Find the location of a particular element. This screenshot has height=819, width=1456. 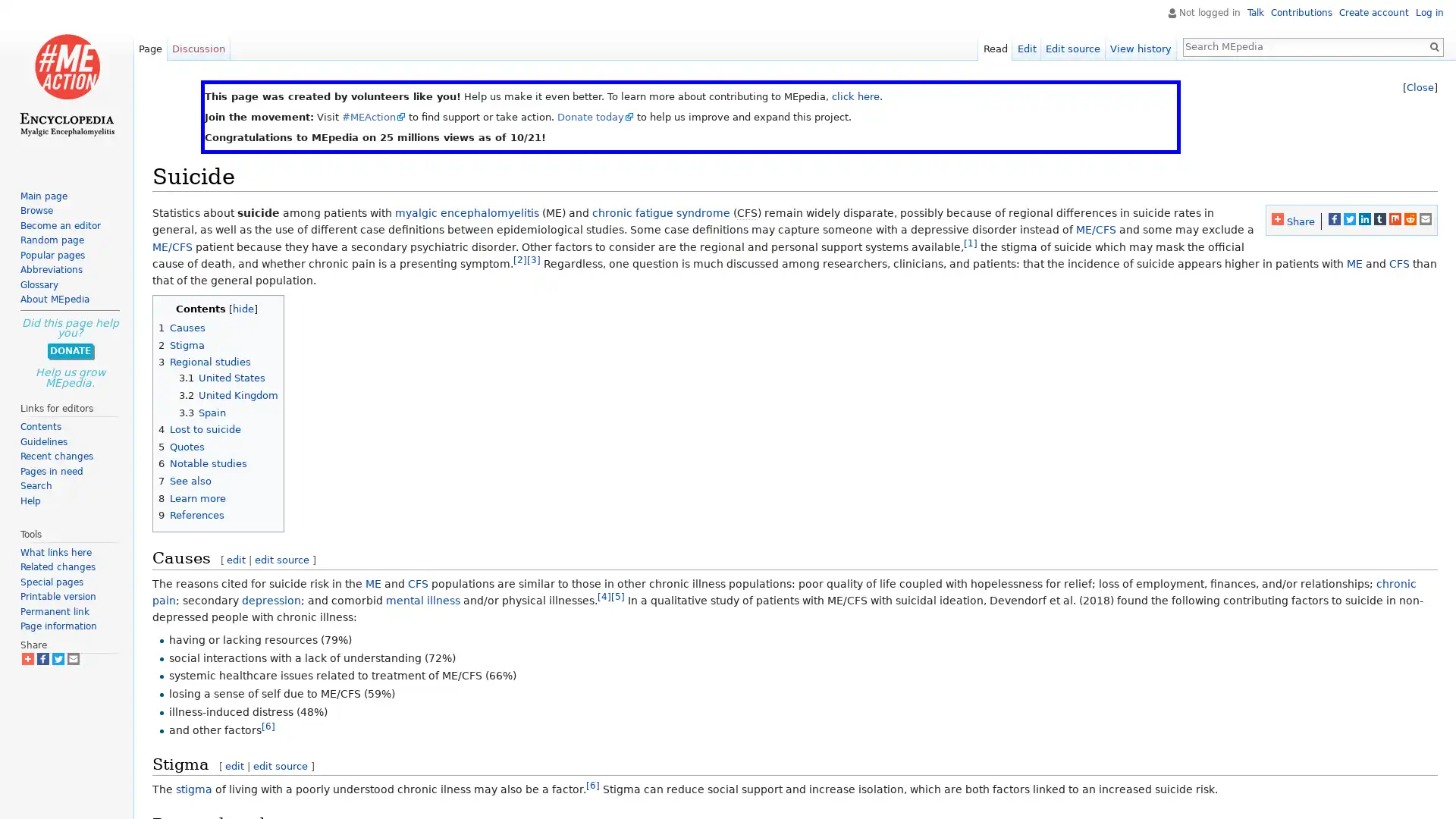

hide is located at coordinates (243, 307).